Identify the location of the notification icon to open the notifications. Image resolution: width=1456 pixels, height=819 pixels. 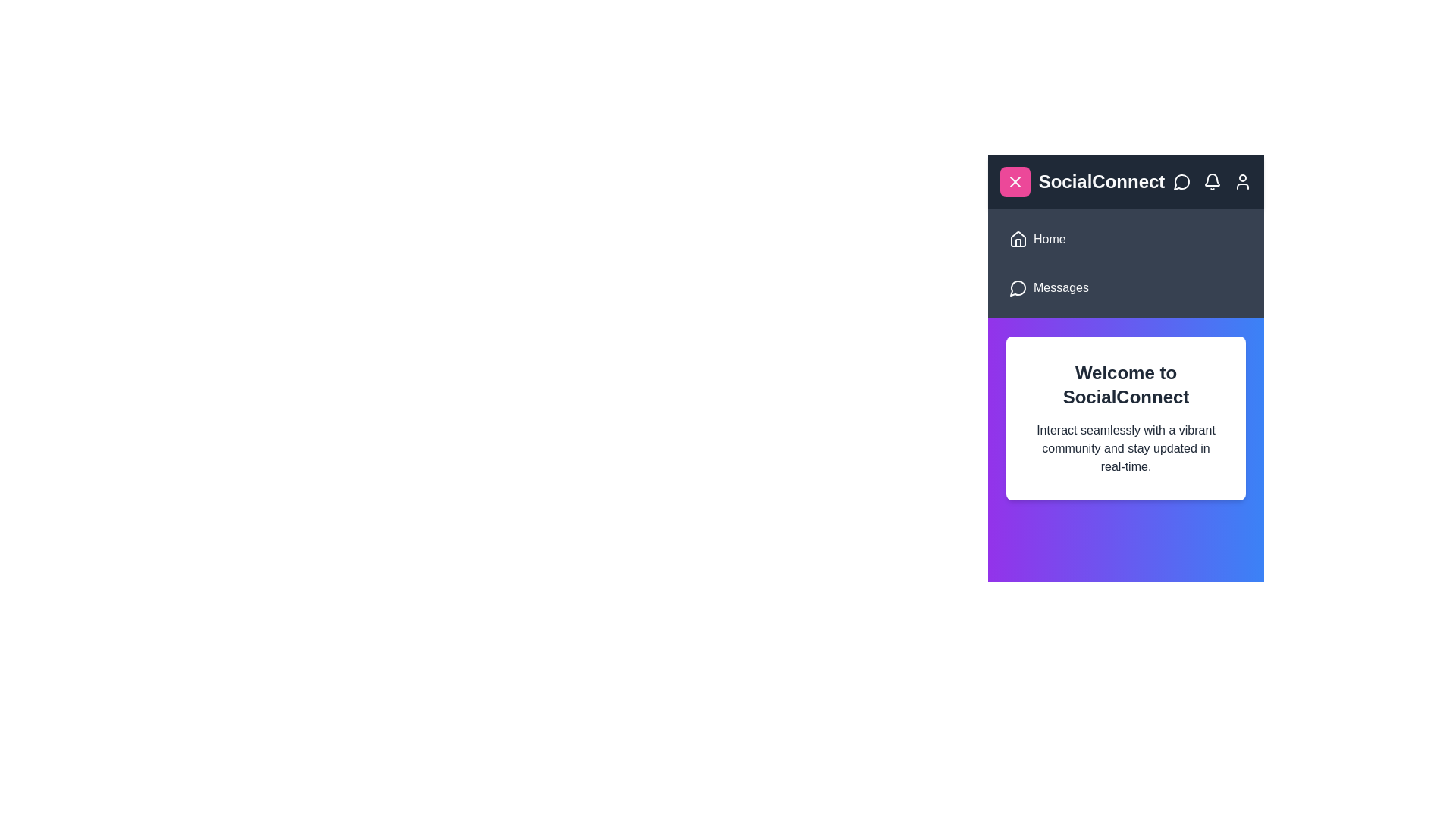
(1211, 180).